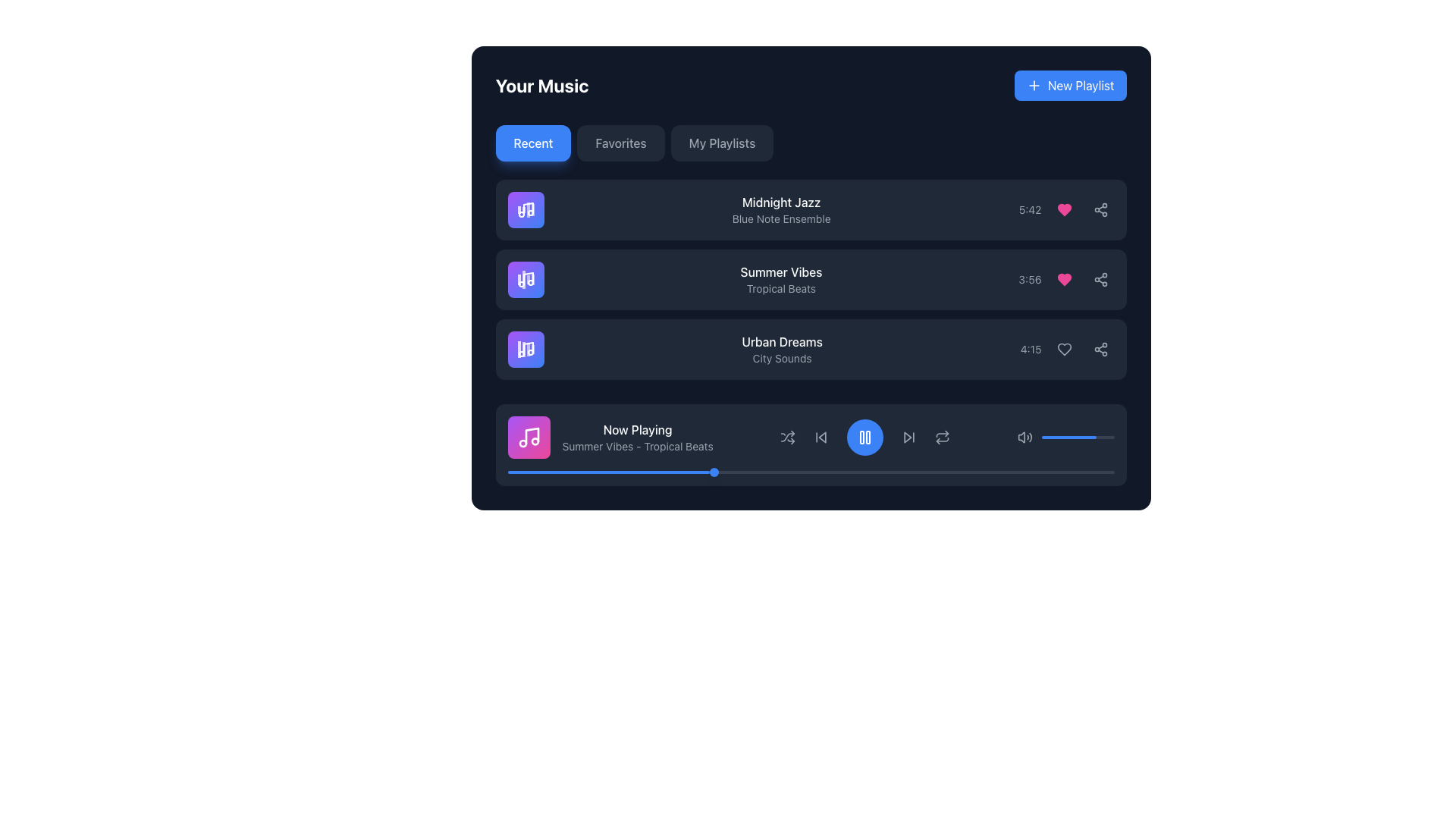 The width and height of the screenshot is (1456, 819). I want to click on the square-shaped Icon button with a gradient background and a white music note icon, so click(526, 280).